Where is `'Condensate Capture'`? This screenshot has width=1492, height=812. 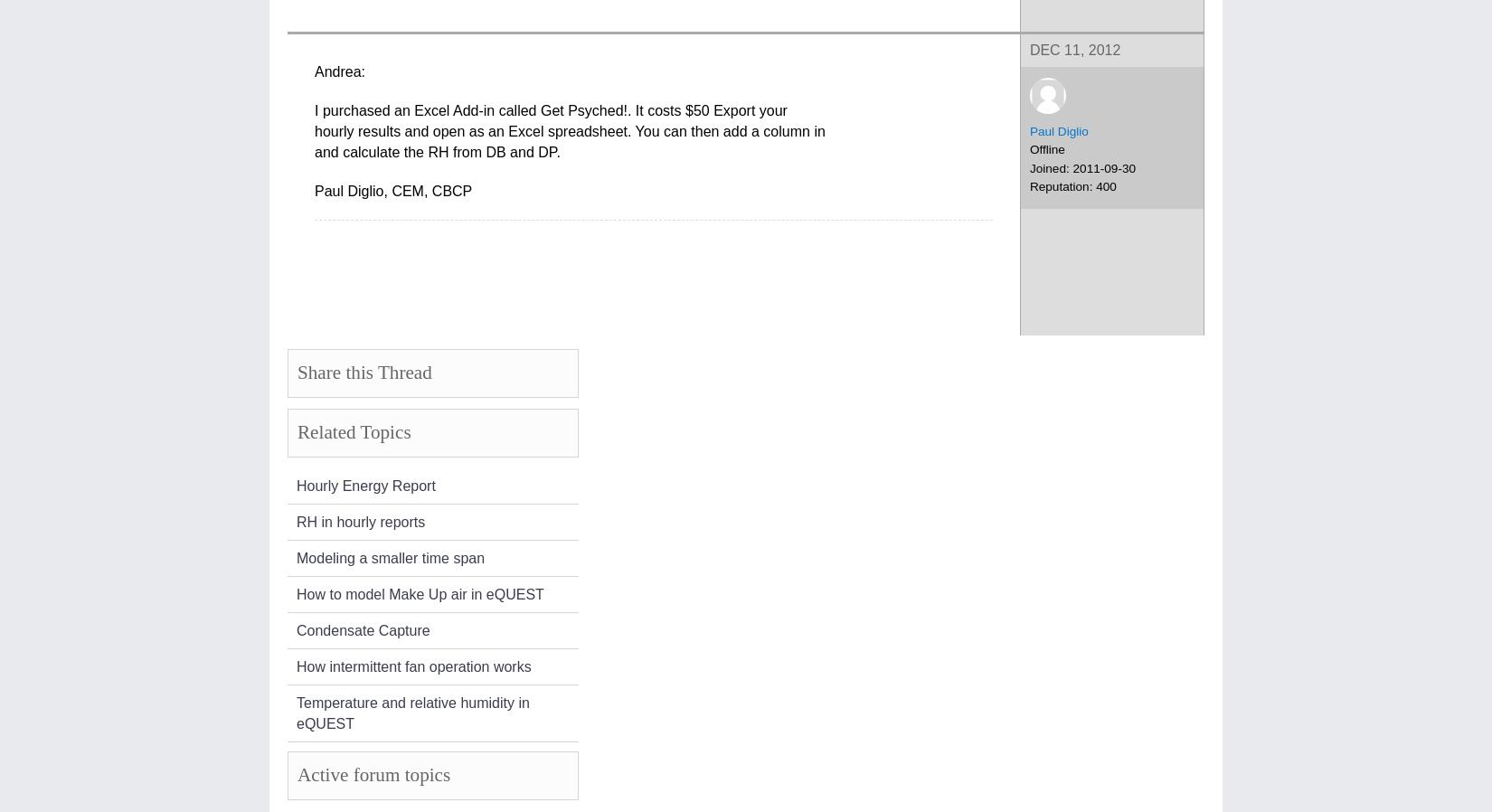
'Condensate Capture' is located at coordinates (363, 629).